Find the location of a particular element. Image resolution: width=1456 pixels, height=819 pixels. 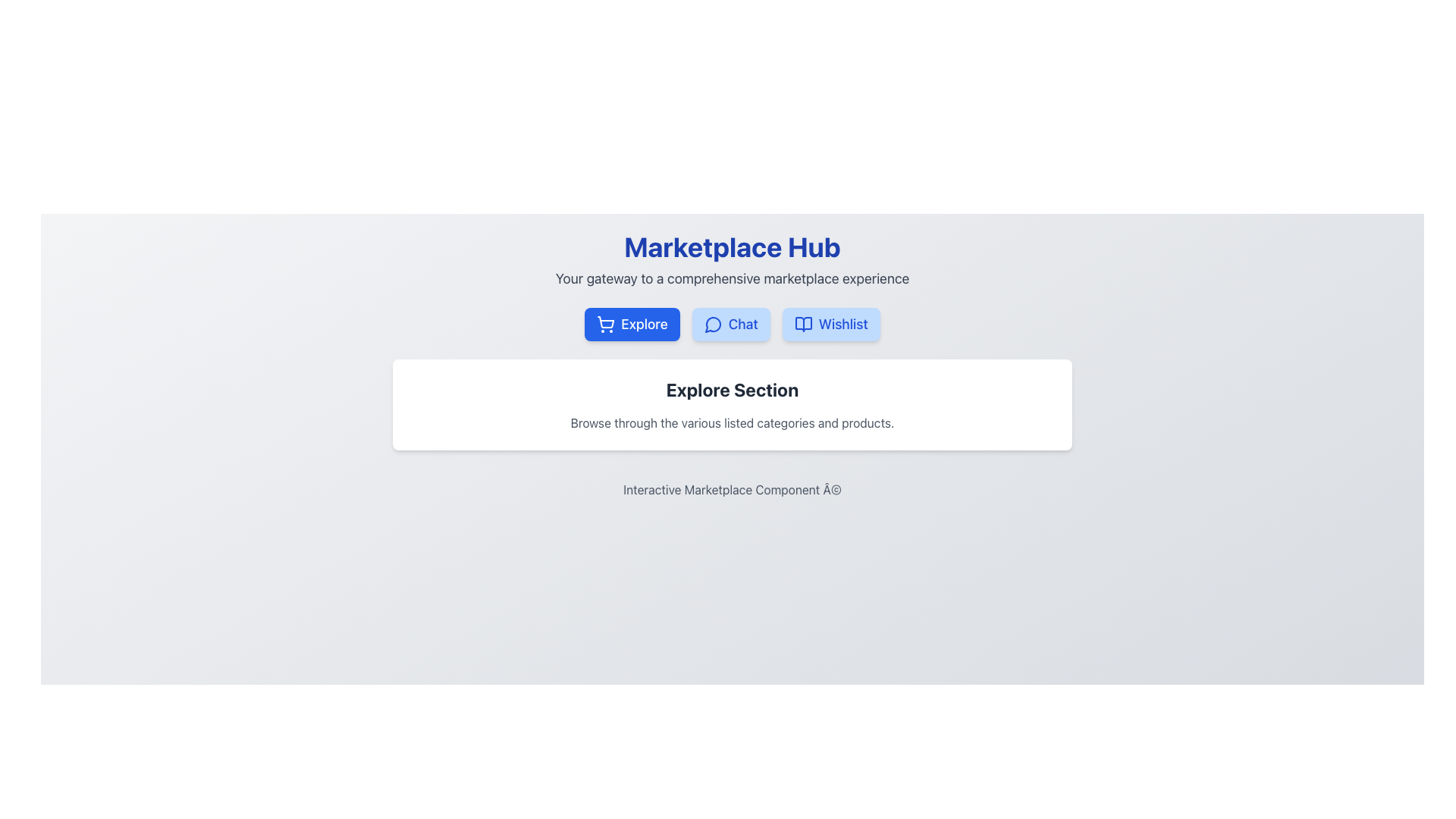

the 'Explore' button to change its shadow effect is located at coordinates (632, 324).